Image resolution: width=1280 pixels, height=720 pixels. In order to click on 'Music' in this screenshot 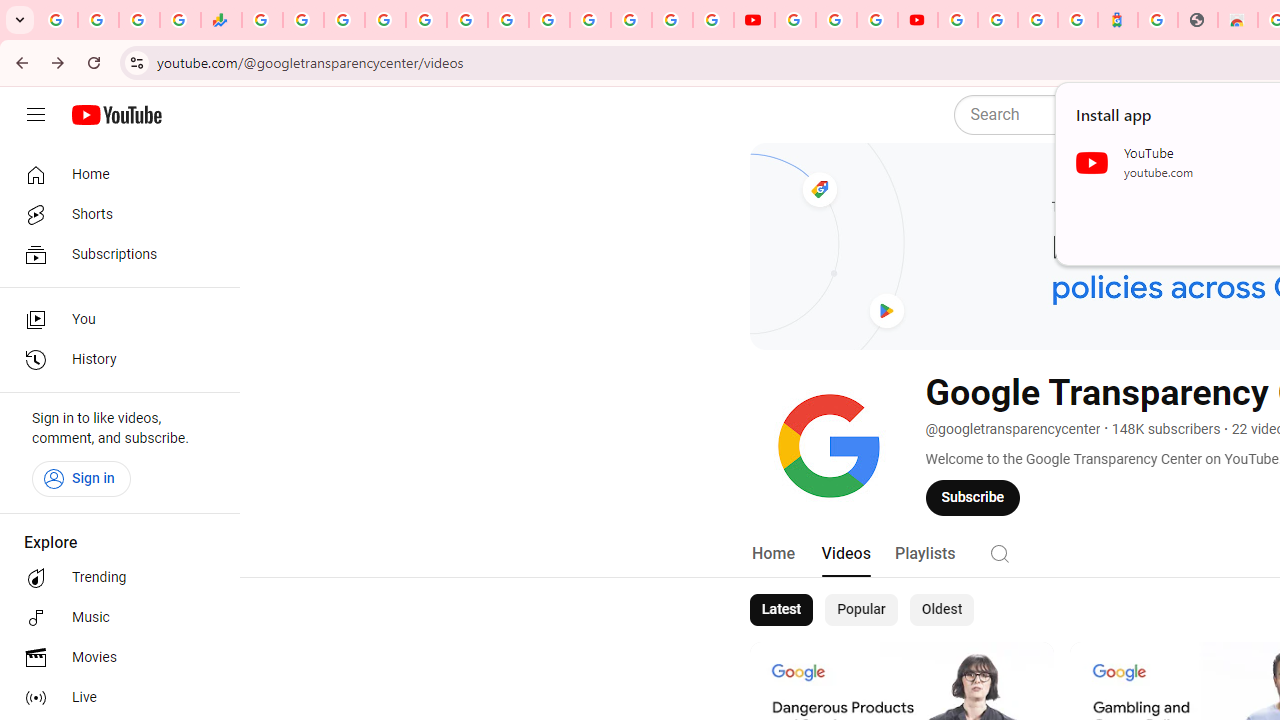, I will do `click(112, 617)`.